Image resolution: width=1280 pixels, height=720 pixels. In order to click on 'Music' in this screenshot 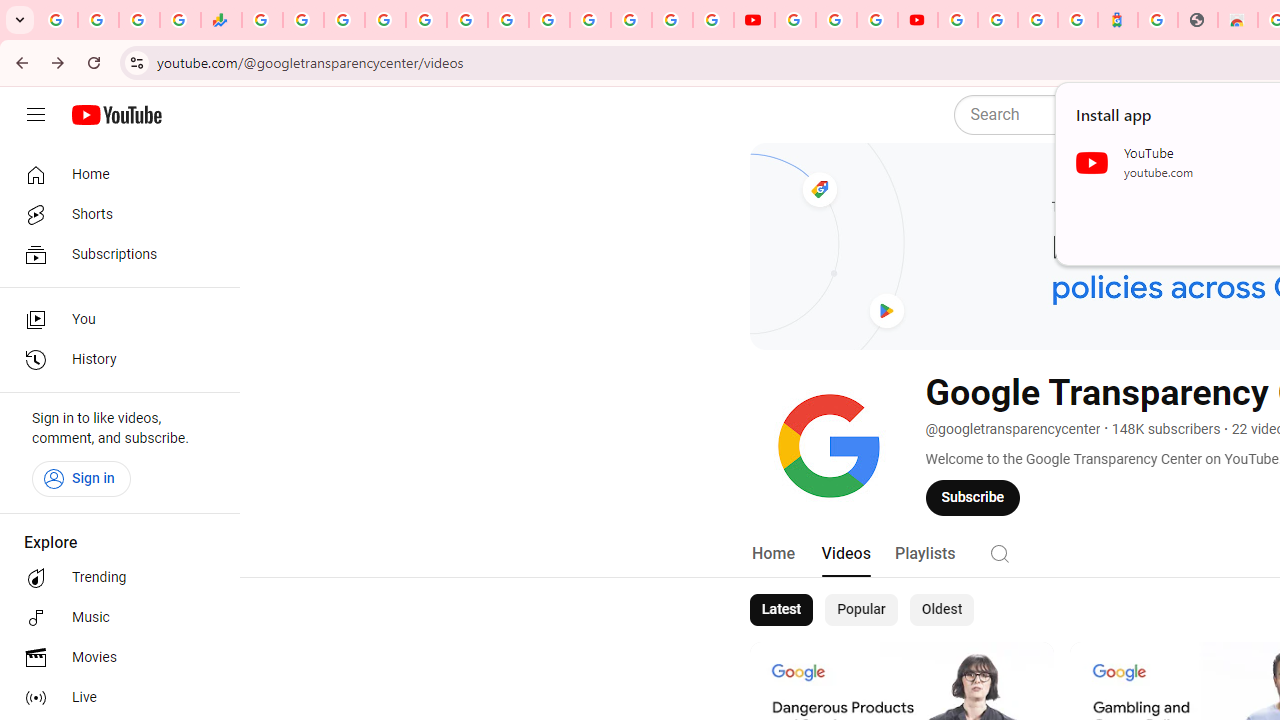, I will do `click(112, 617)`.